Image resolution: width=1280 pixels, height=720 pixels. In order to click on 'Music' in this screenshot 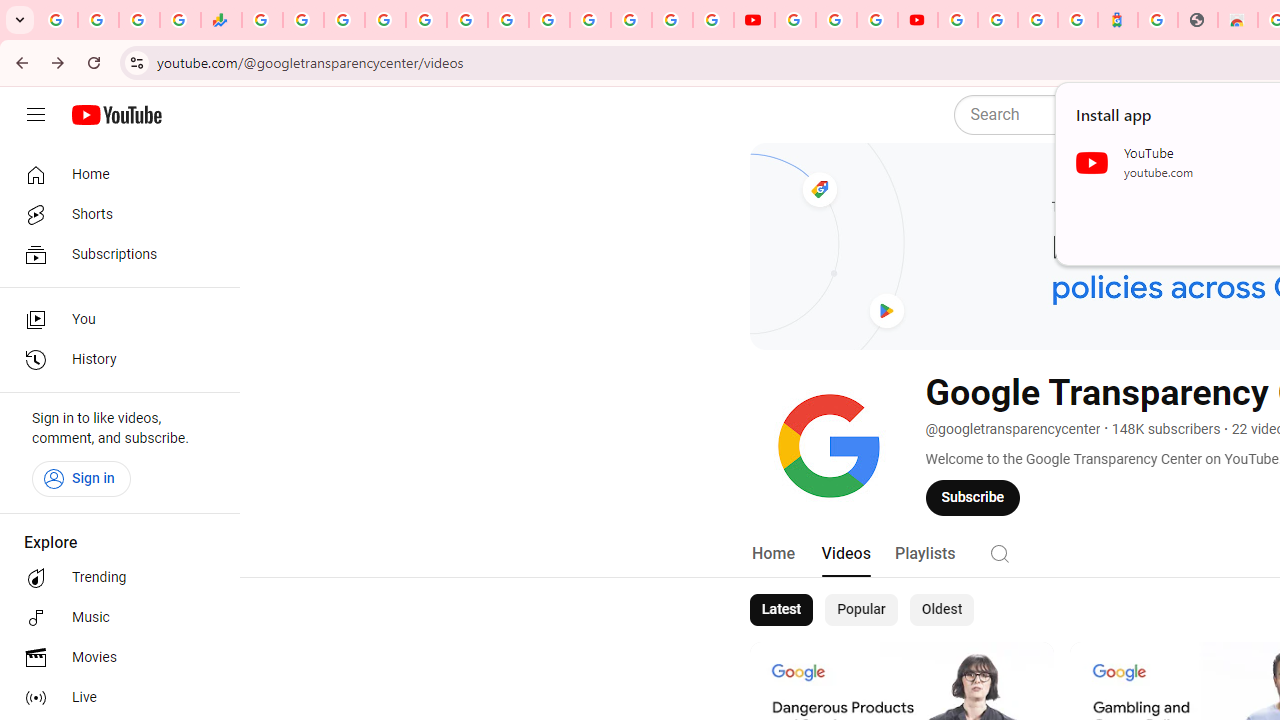, I will do `click(112, 617)`.